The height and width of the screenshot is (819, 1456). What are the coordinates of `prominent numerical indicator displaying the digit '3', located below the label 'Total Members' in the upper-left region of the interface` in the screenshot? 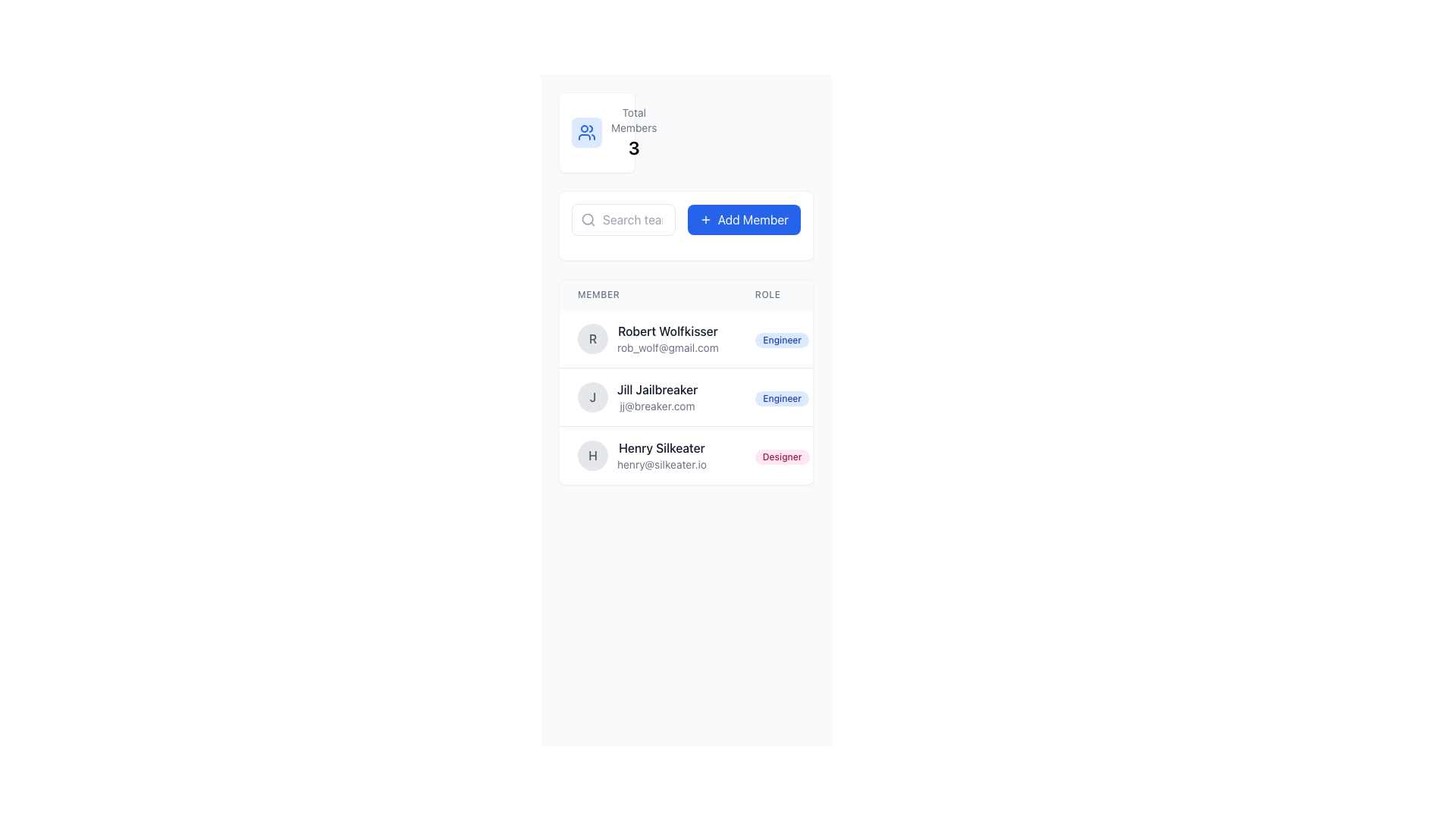 It's located at (634, 148).